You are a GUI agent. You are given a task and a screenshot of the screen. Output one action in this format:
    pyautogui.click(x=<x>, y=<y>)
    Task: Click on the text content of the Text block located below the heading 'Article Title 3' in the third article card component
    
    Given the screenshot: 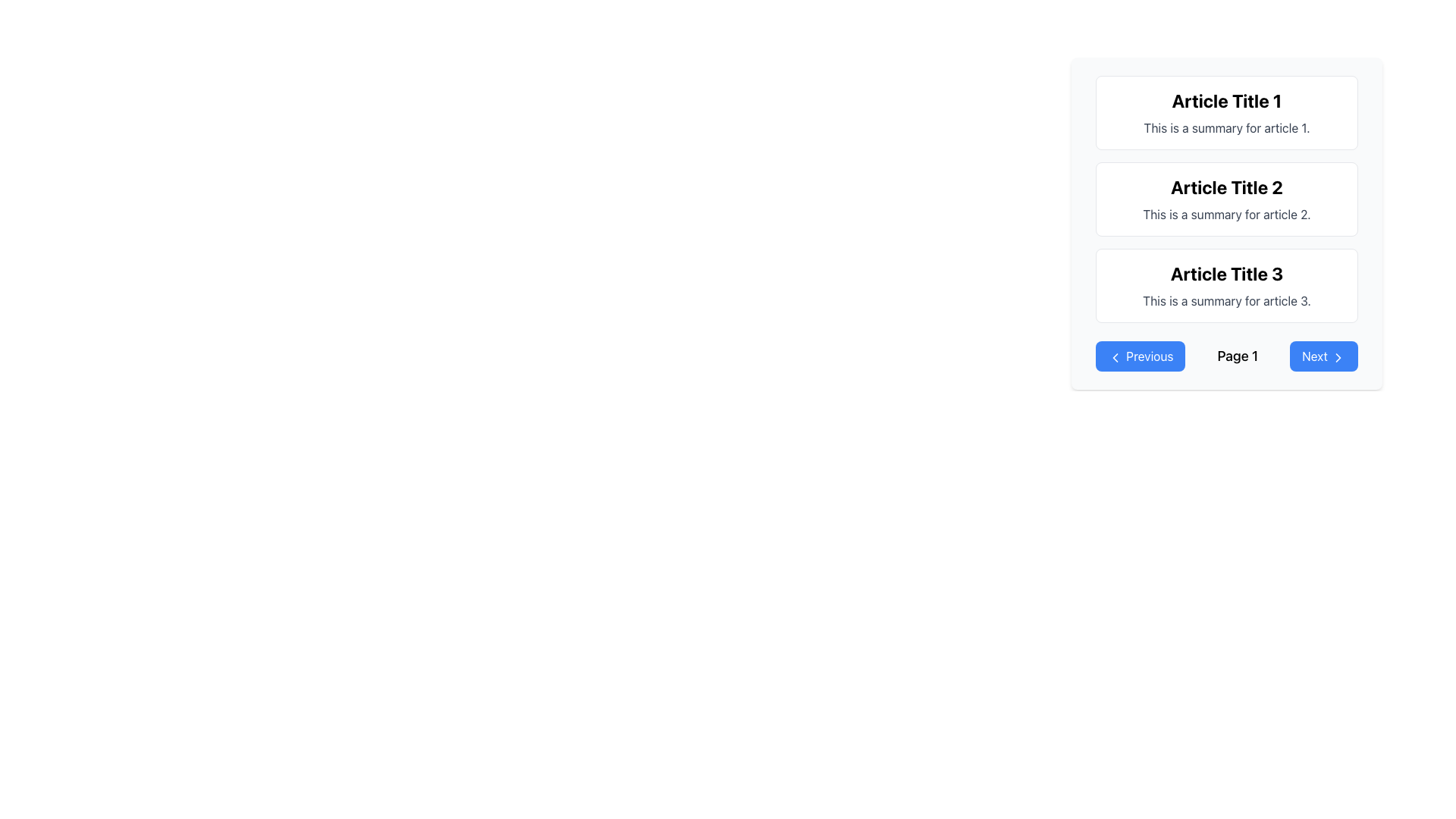 What is the action you would take?
    pyautogui.click(x=1226, y=301)
    